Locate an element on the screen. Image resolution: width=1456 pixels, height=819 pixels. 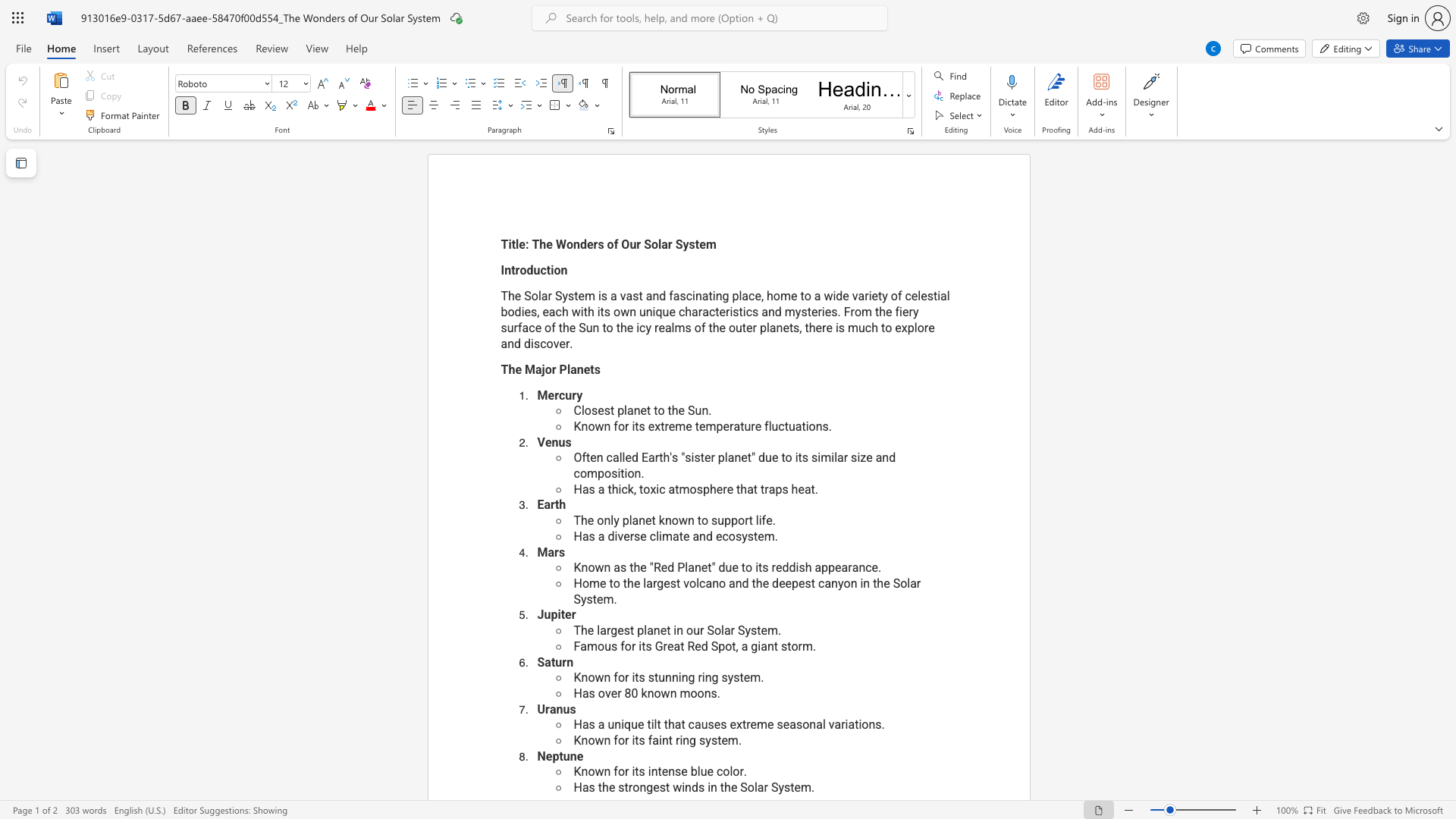
the subset text "t" within the text "Known as the" is located at coordinates (707, 567).